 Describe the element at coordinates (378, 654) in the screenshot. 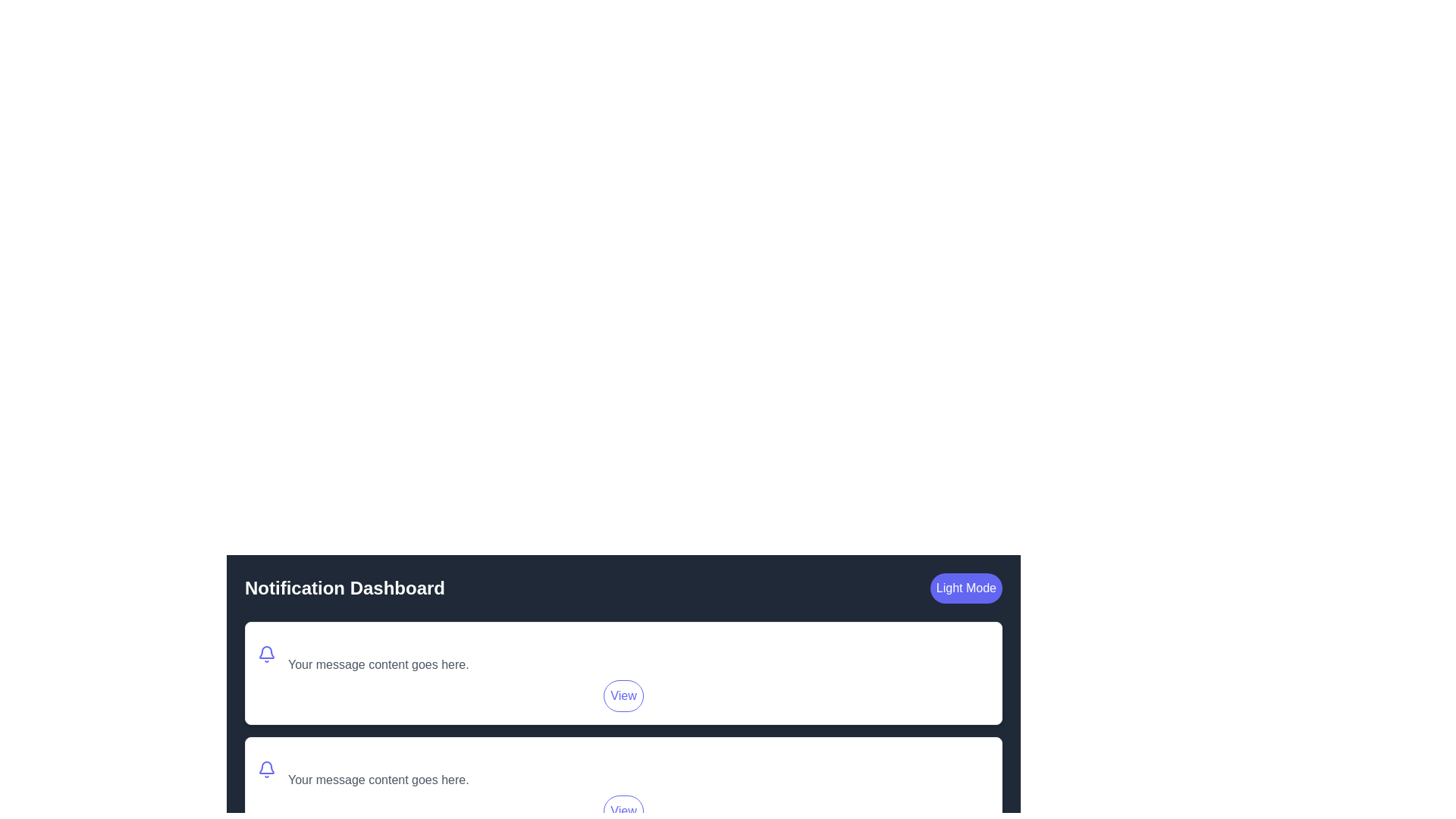

I see `the descriptive text element located centrally within the first notification card, beneath the title 'Notification 1' and to the right of the bell icon` at that location.